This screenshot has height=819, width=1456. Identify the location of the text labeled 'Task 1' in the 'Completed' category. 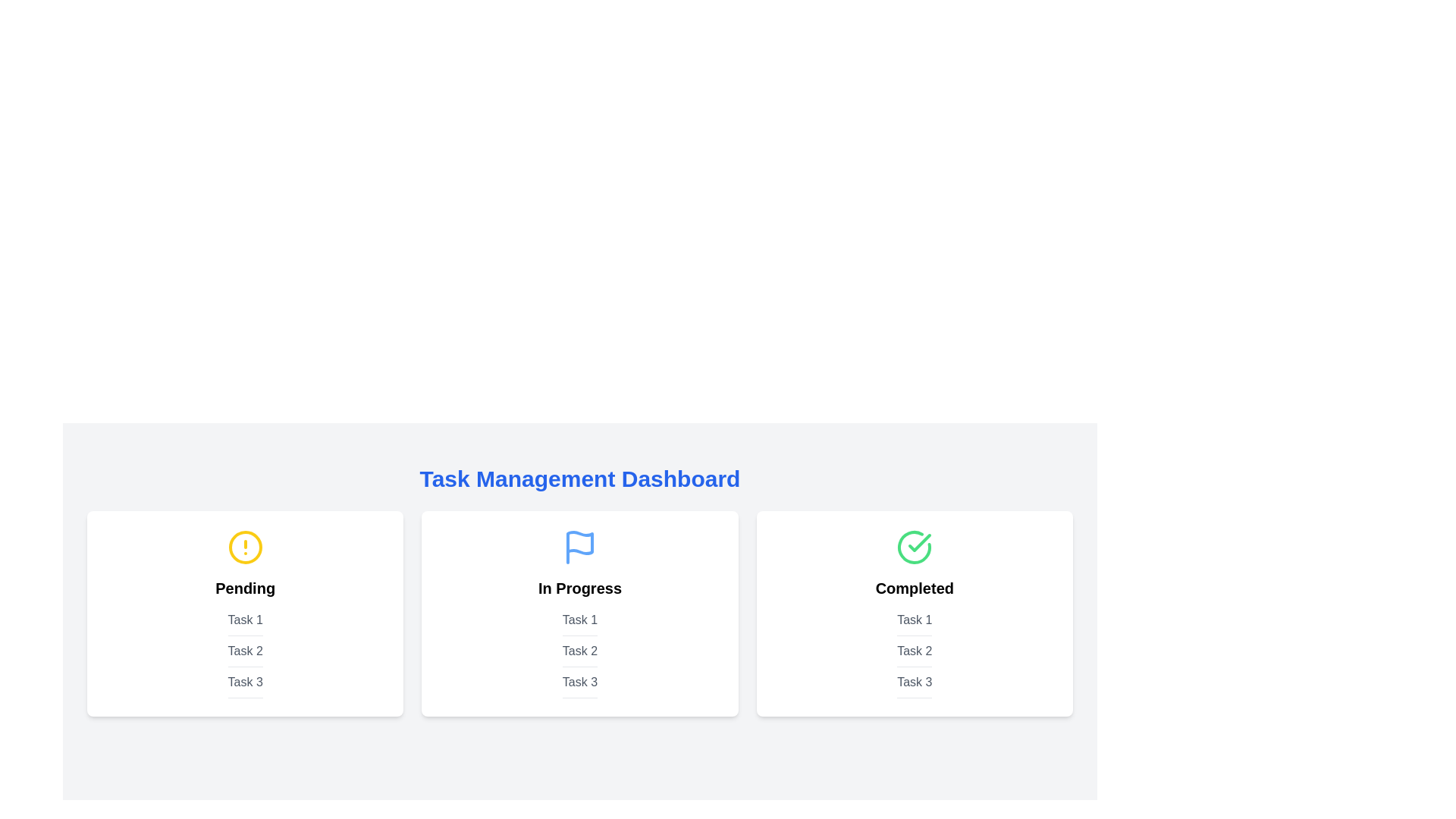
(914, 623).